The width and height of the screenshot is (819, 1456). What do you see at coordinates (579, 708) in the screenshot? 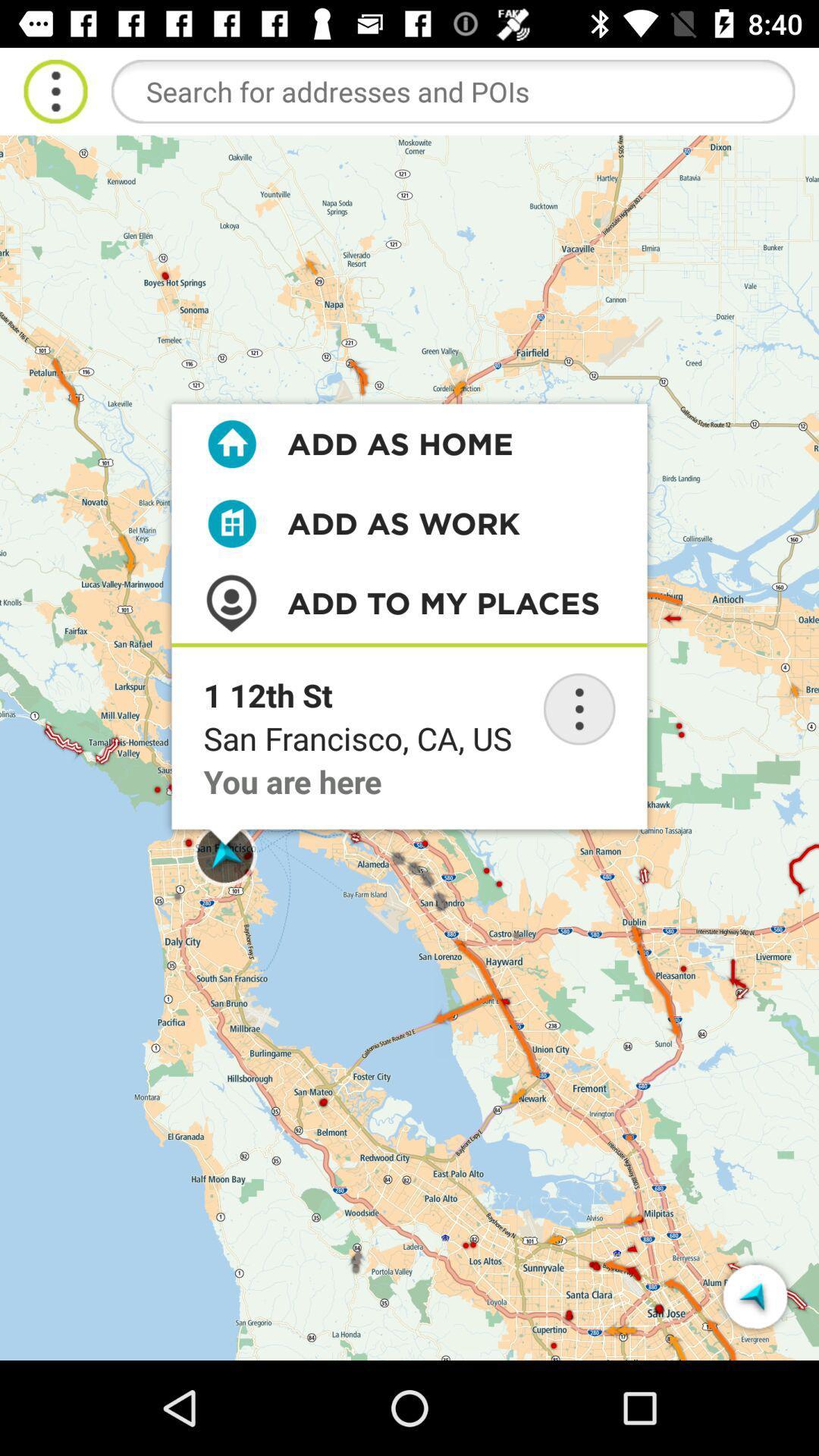
I see `location watch option` at bounding box center [579, 708].